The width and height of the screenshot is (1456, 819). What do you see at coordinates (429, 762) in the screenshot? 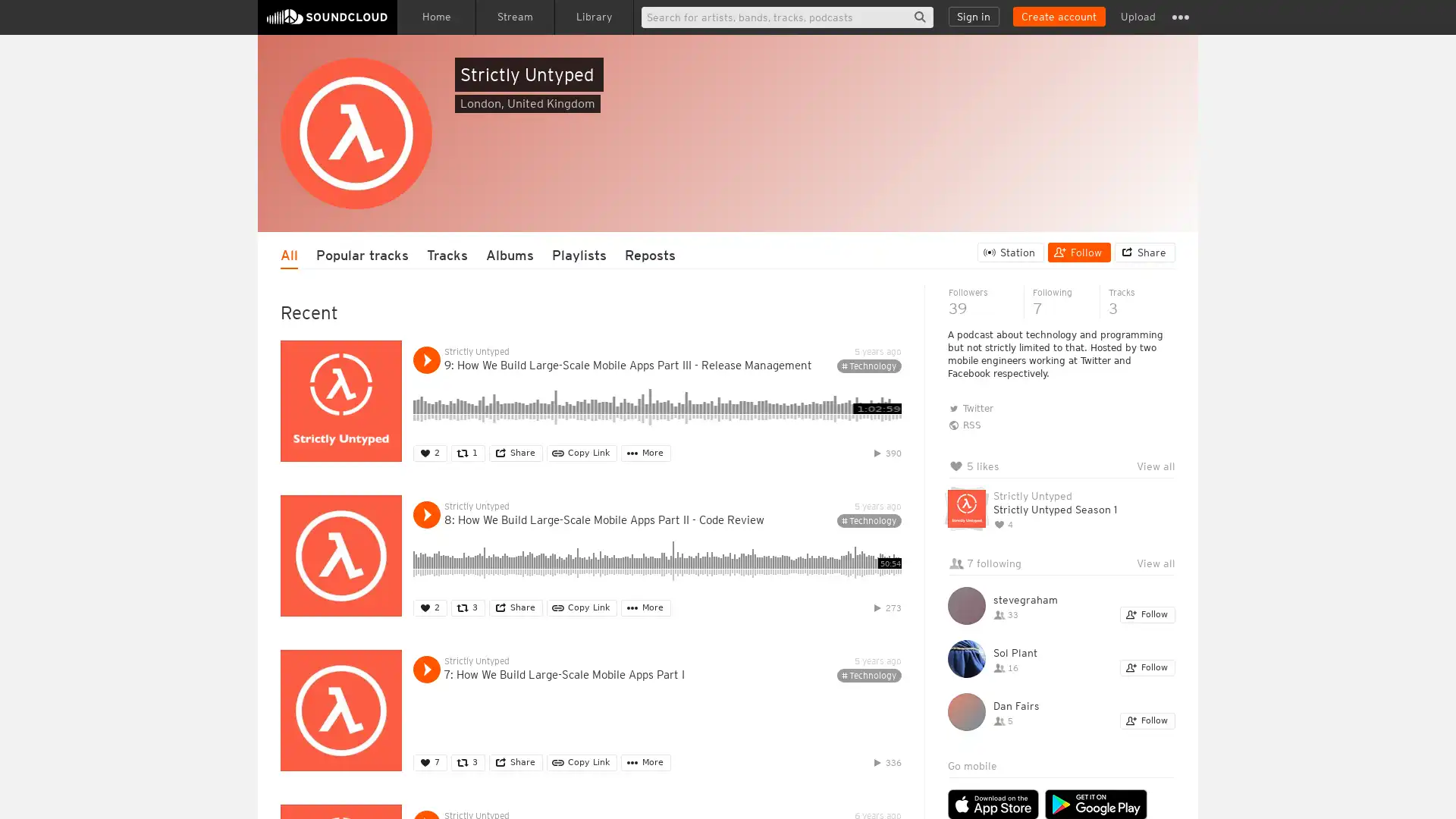
I see `Like` at bounding box center [429, 762].